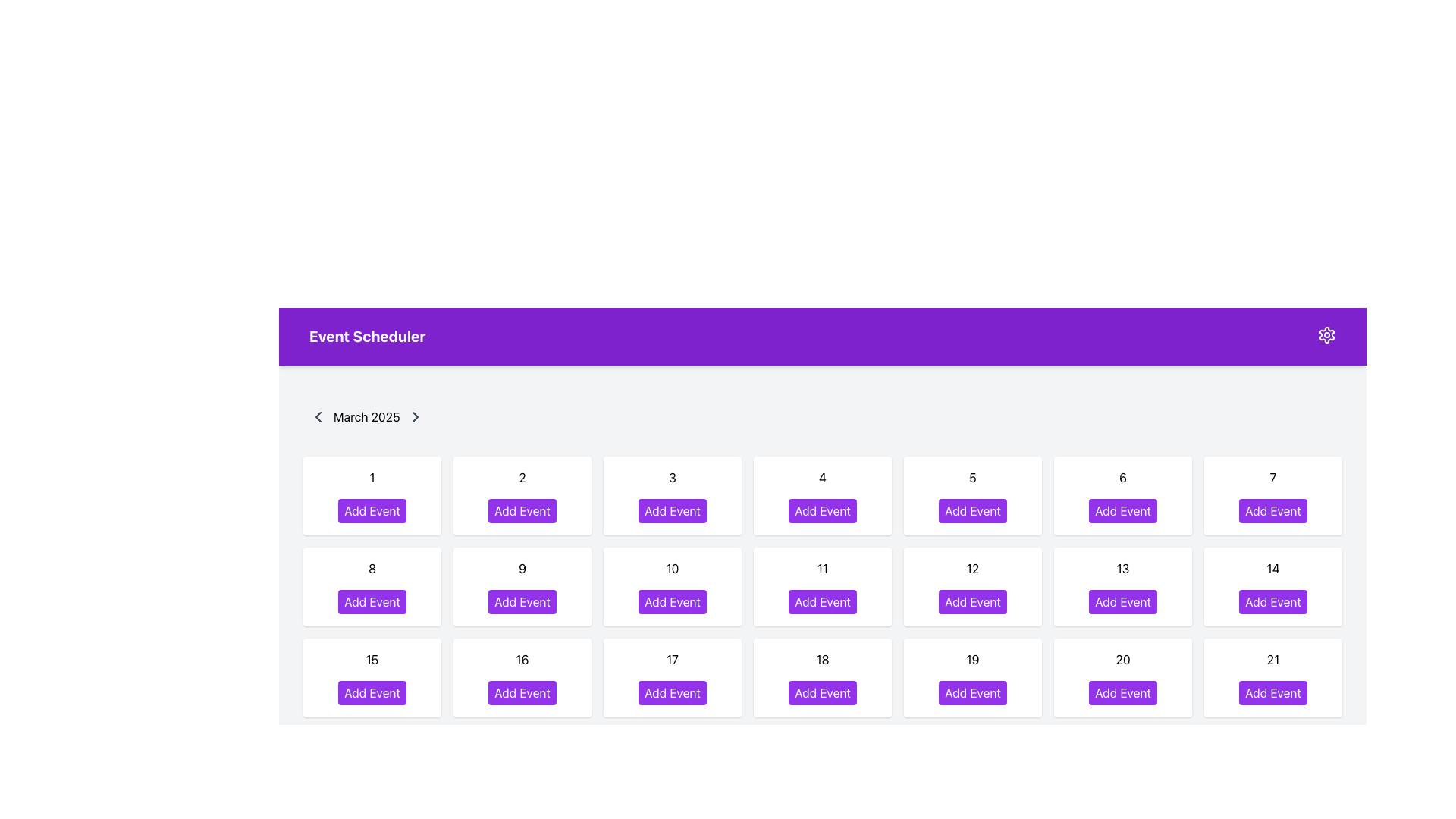 The image size is (1456, 819). What do you see at coordinates (1123, 677) in the screenshot?
I see `the 'Add Event' button on the Calendar date card for the date 20, located in the 'Event Scheduler' panel, to trigger the hover effect` at bounding box center [1123, 677].